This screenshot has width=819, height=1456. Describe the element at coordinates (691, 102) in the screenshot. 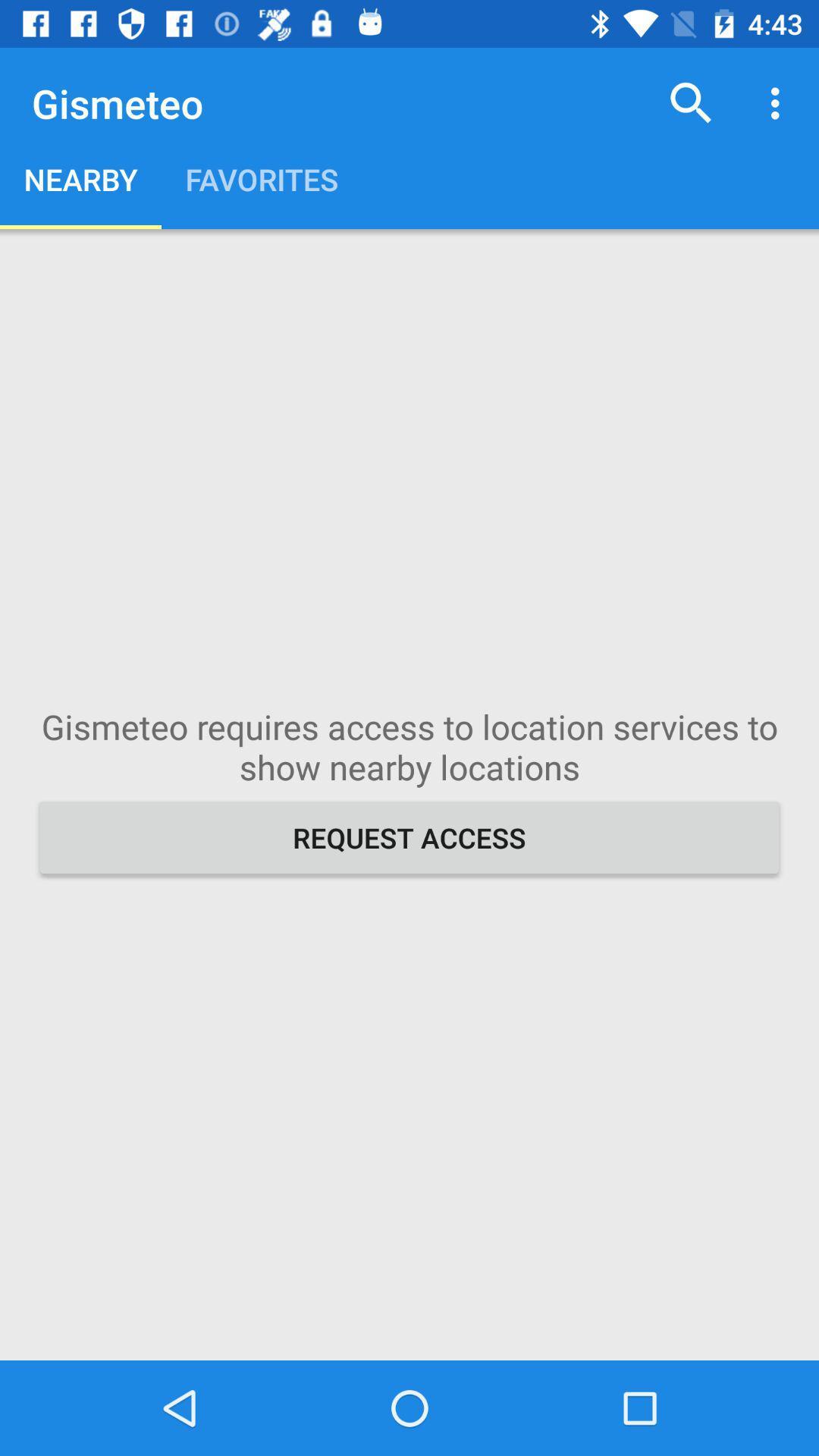

I see `the icon next to favorites` at that location.